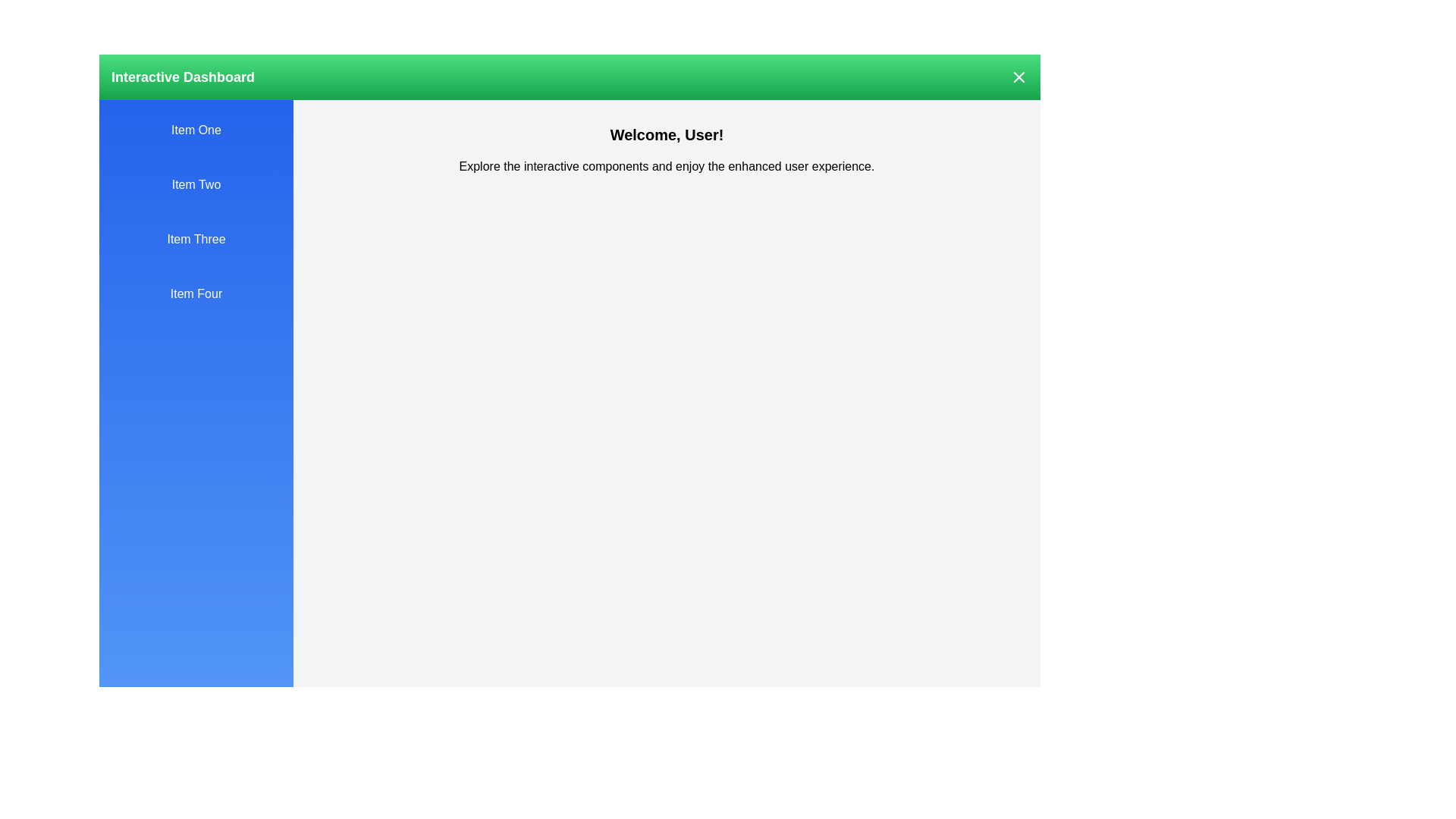 This screenshot has height=819, width=1456. I want to click on the drawer item Item Four to observe the hover effect, so click(196, 294).